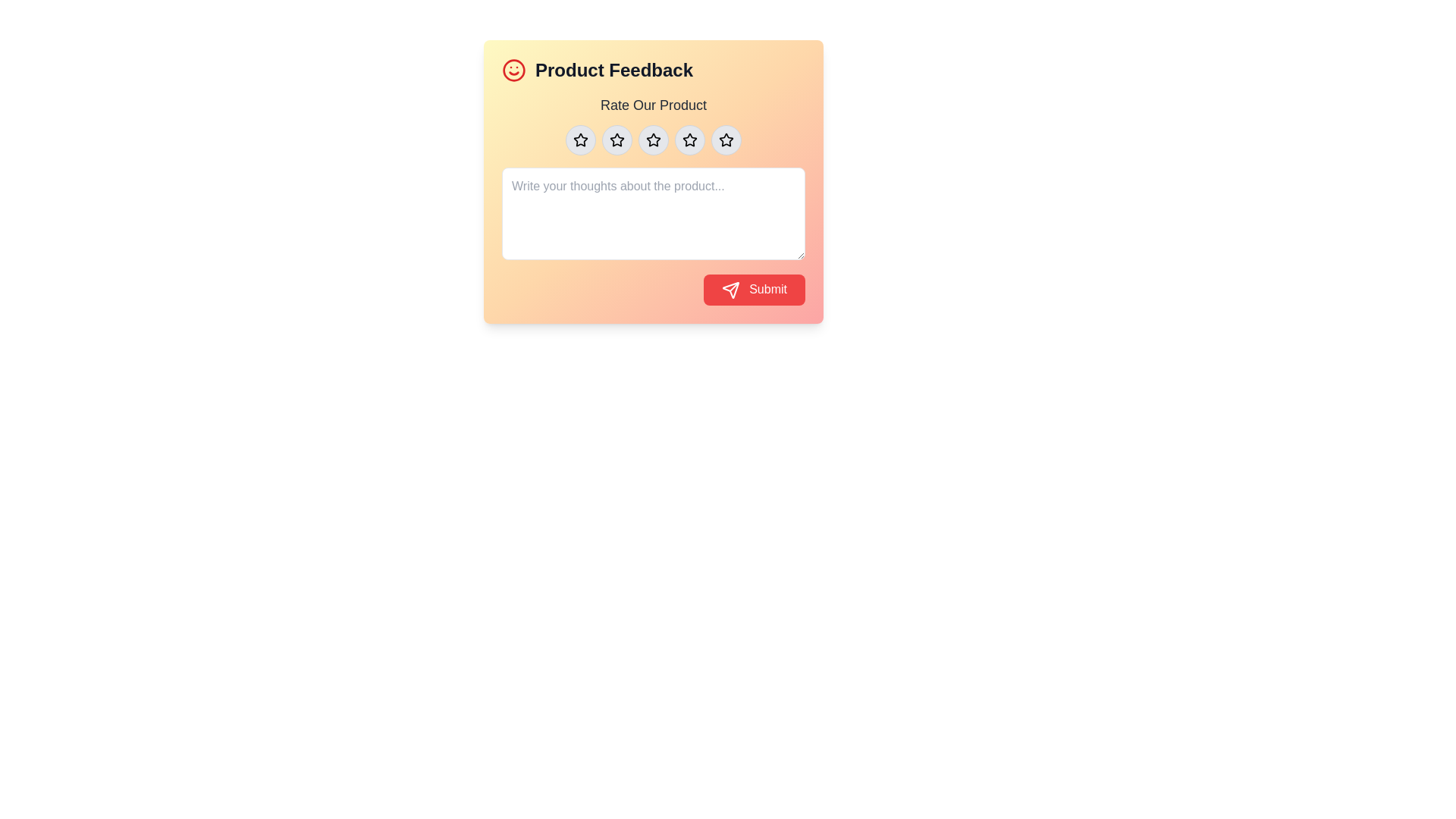 The height and width of the screenshot is (819, 1456). I want to click on the first star icon in the 'Rate Our Product' section to indicate a rating, so click(580, 140).